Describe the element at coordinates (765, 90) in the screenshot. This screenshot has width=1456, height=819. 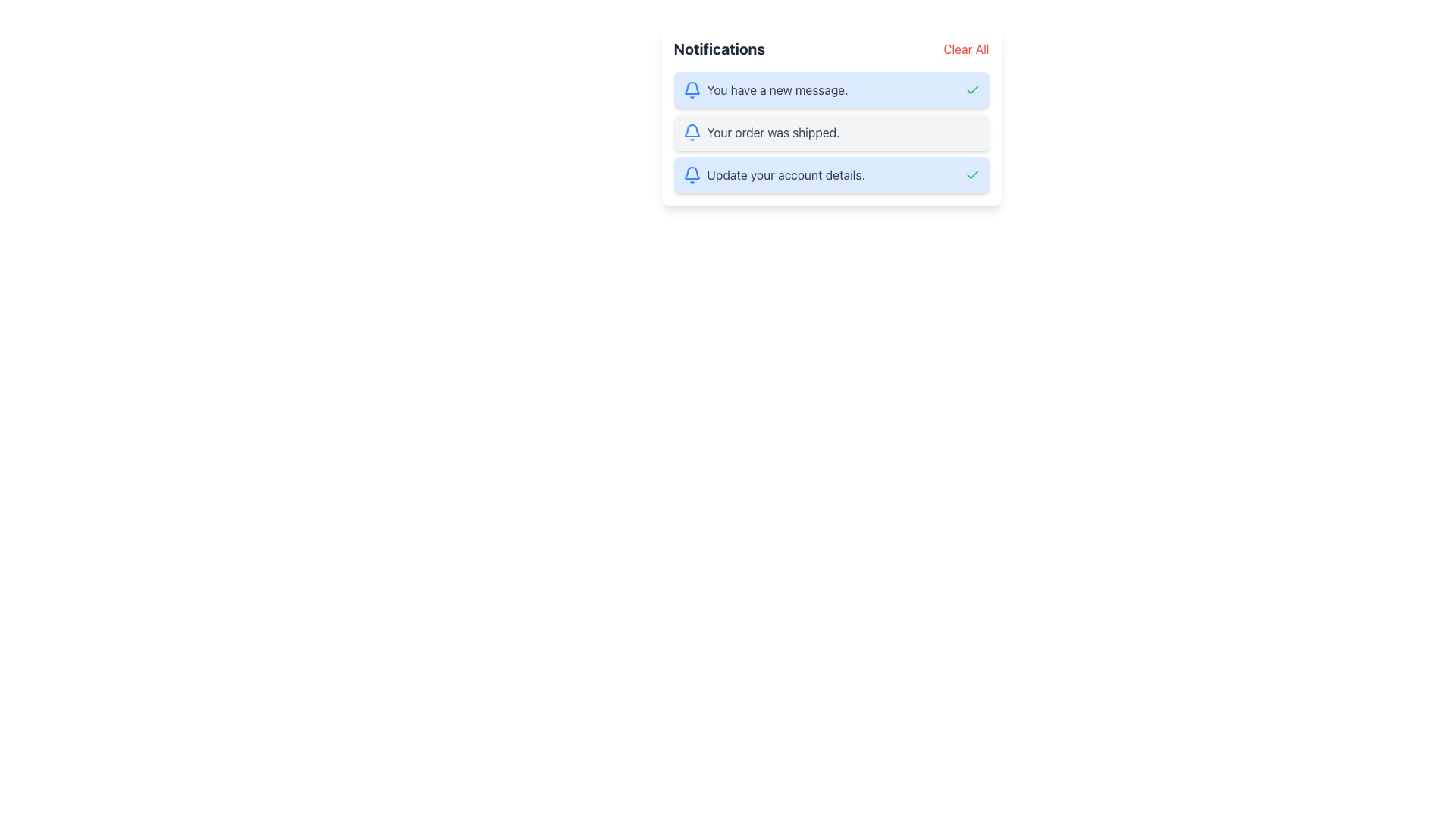
I see `the Notification Item that indicates the presence of a new message, located at the top of the notification list with a bell icon on the left` at that location.